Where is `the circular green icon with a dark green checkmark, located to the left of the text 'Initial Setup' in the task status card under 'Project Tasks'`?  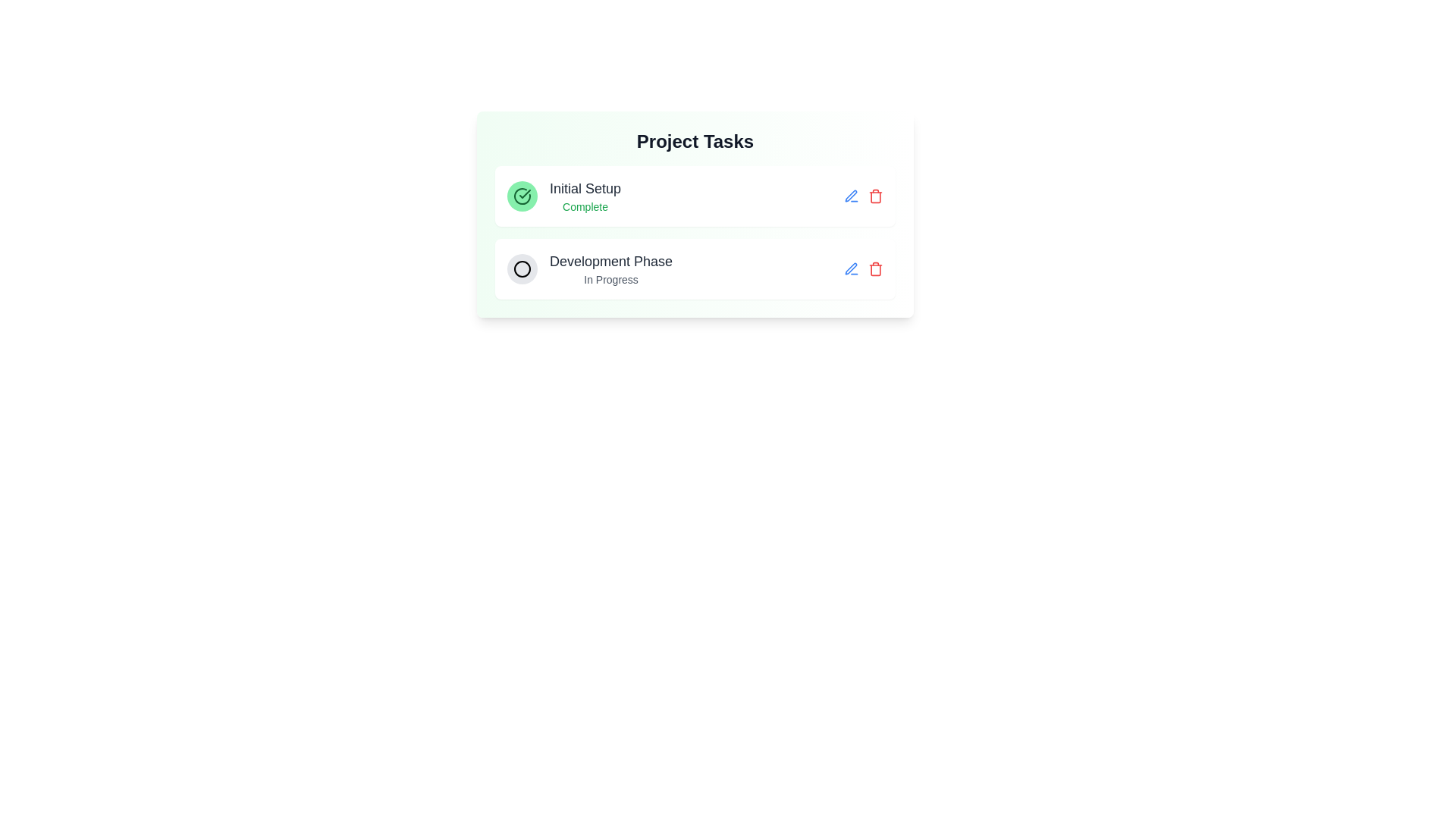
the circular green icon with a dark green checkmark, located to the left of the text 'Initial Setup' in the task status card under 'Project Tasks' is located at coordinates (522, 195).